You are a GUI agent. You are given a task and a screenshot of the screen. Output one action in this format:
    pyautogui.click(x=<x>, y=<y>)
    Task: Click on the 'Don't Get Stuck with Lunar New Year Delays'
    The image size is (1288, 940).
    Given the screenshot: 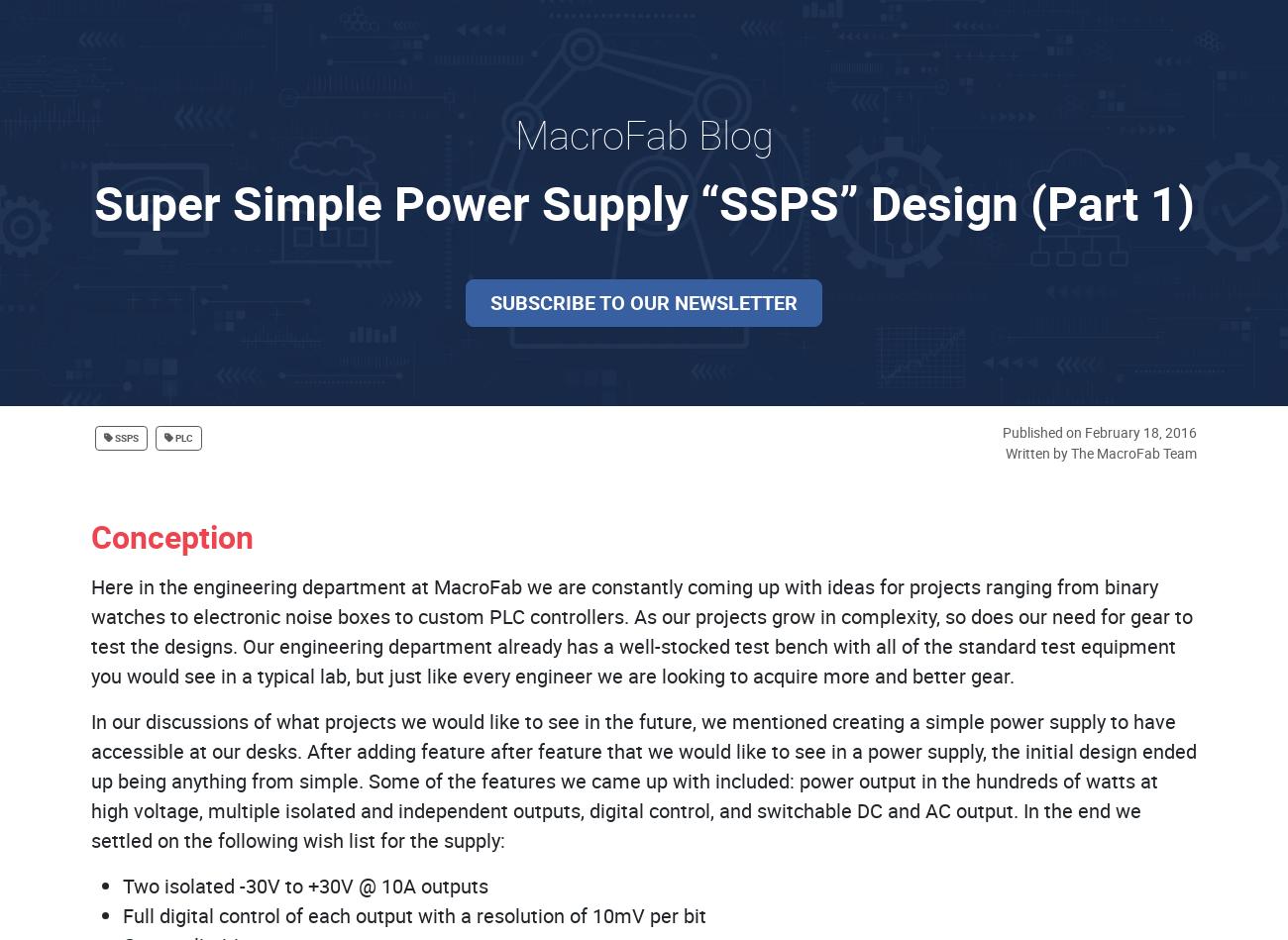 What is the action you would take?
    pyautogui.click(x=434, y=851)
    